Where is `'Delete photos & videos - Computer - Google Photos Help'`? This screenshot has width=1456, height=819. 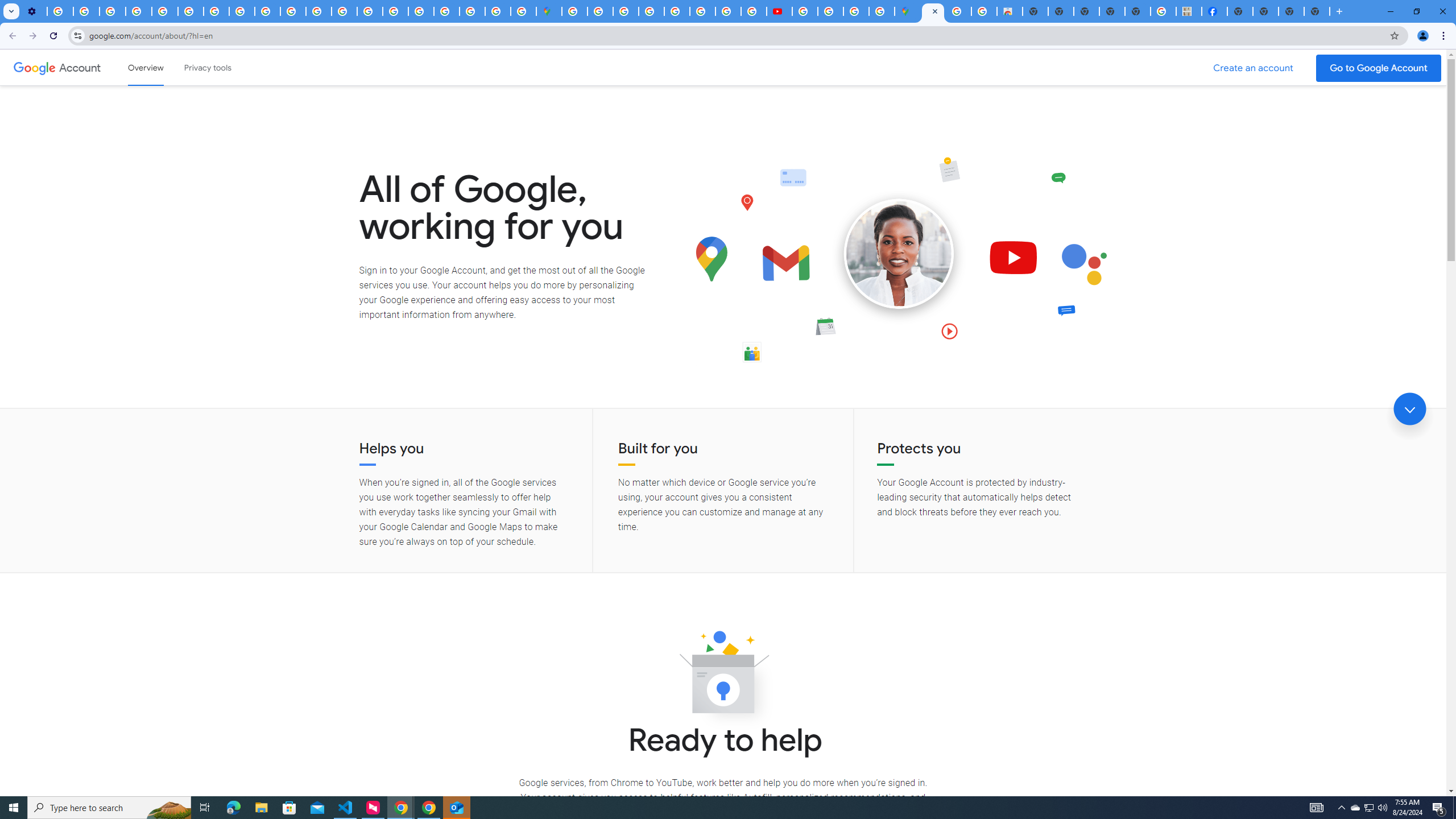 'Delete photos & videos - Computer - Google Photos Help' is located at coordinates (60, 11).